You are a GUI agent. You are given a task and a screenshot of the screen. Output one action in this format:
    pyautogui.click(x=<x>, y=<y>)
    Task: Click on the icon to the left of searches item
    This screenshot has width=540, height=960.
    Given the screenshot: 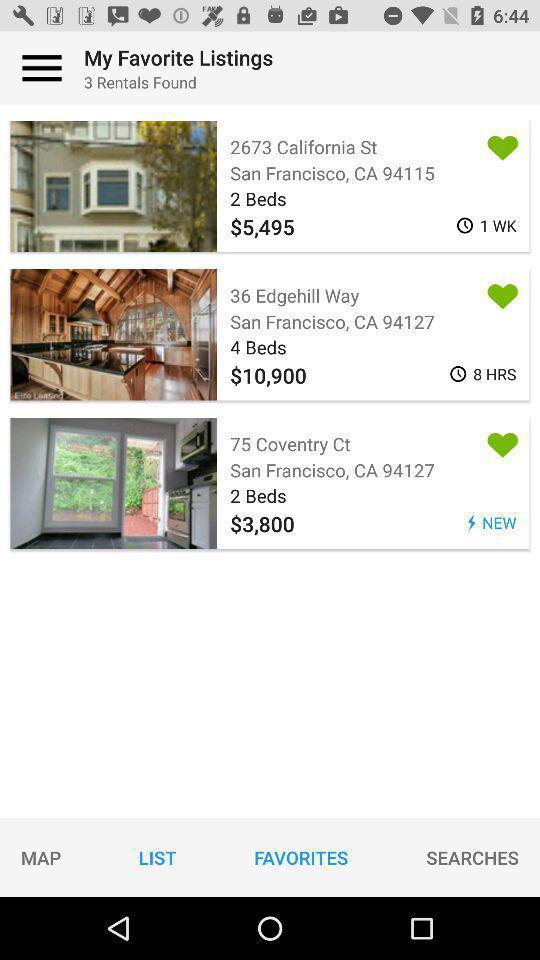 What is the action you would take?
    pyautogui.click(x=300, y=856)
    